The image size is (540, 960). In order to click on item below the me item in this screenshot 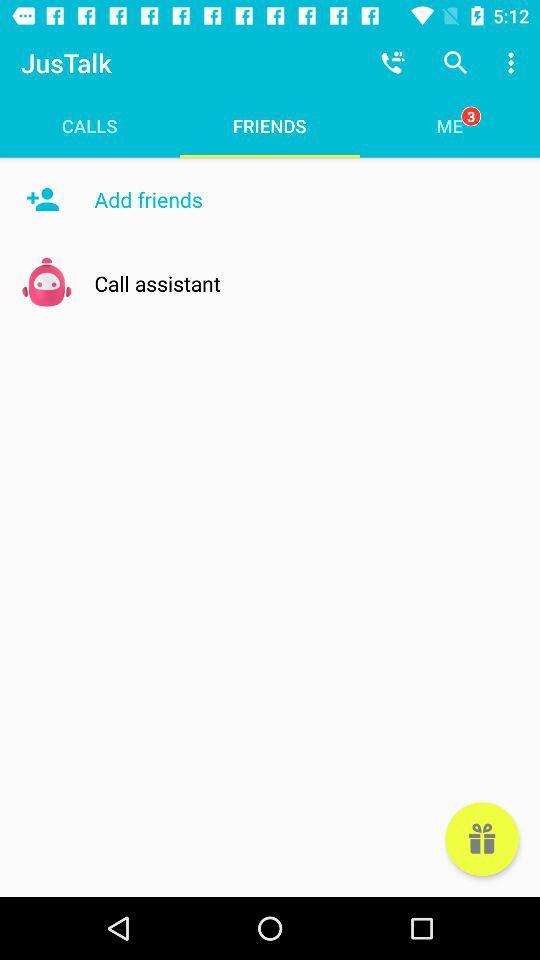, I will do `click(481, 839)`.